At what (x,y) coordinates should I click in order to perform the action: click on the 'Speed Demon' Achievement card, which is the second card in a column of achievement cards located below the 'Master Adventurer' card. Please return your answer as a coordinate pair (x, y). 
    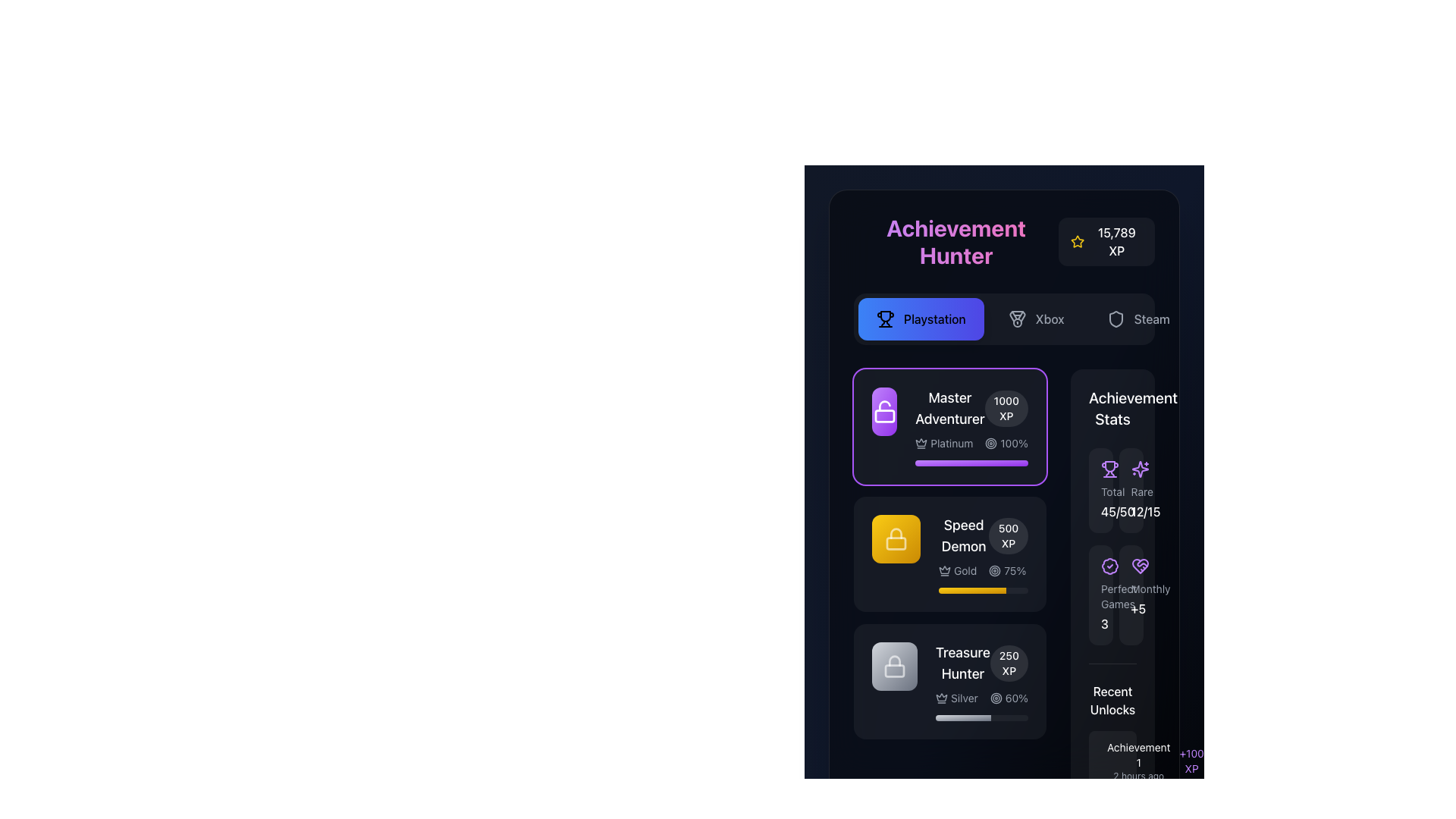
    Looking at the image, I should click on (983, 554).